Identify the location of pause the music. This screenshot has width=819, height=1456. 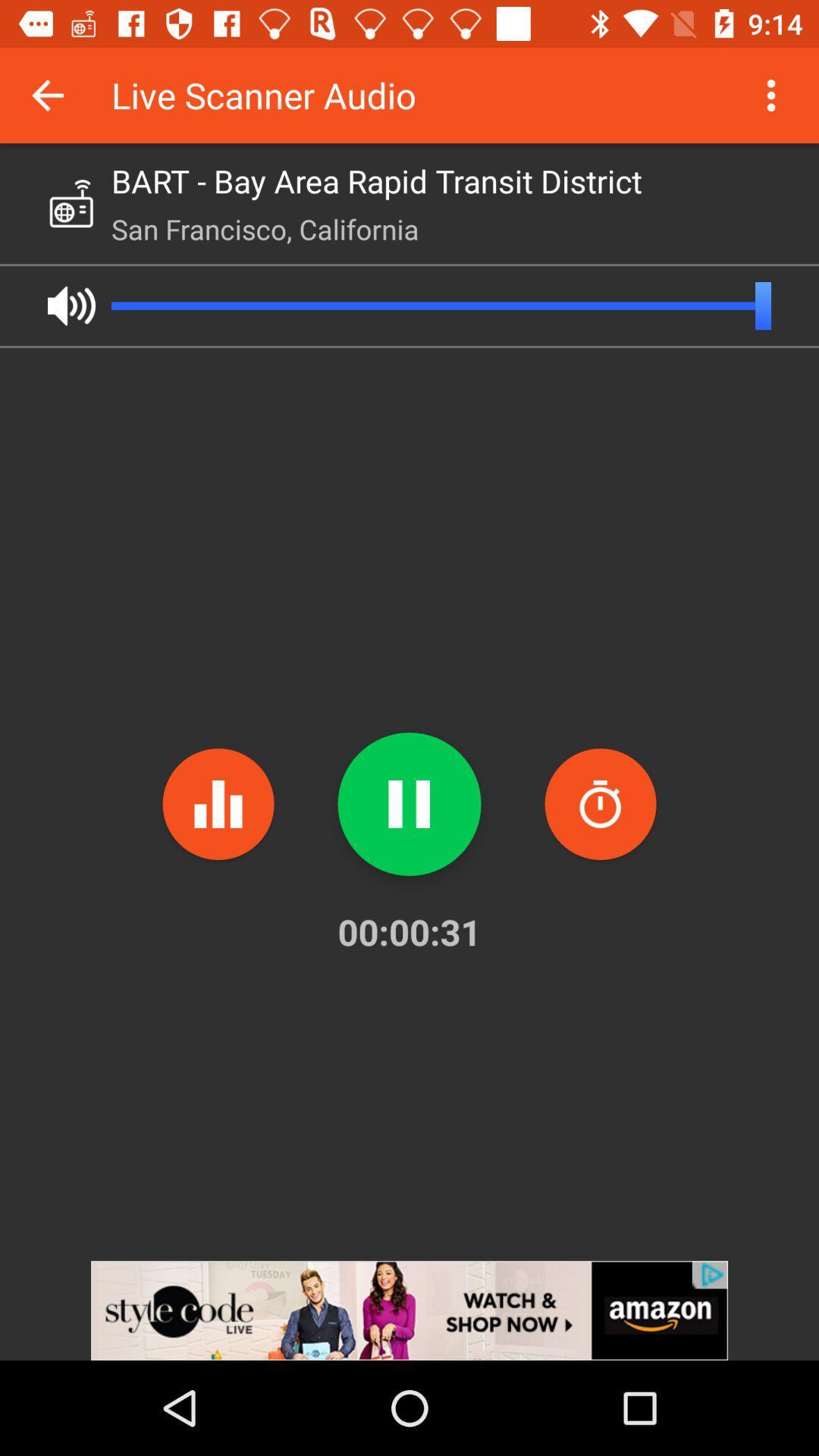
(409, 803).